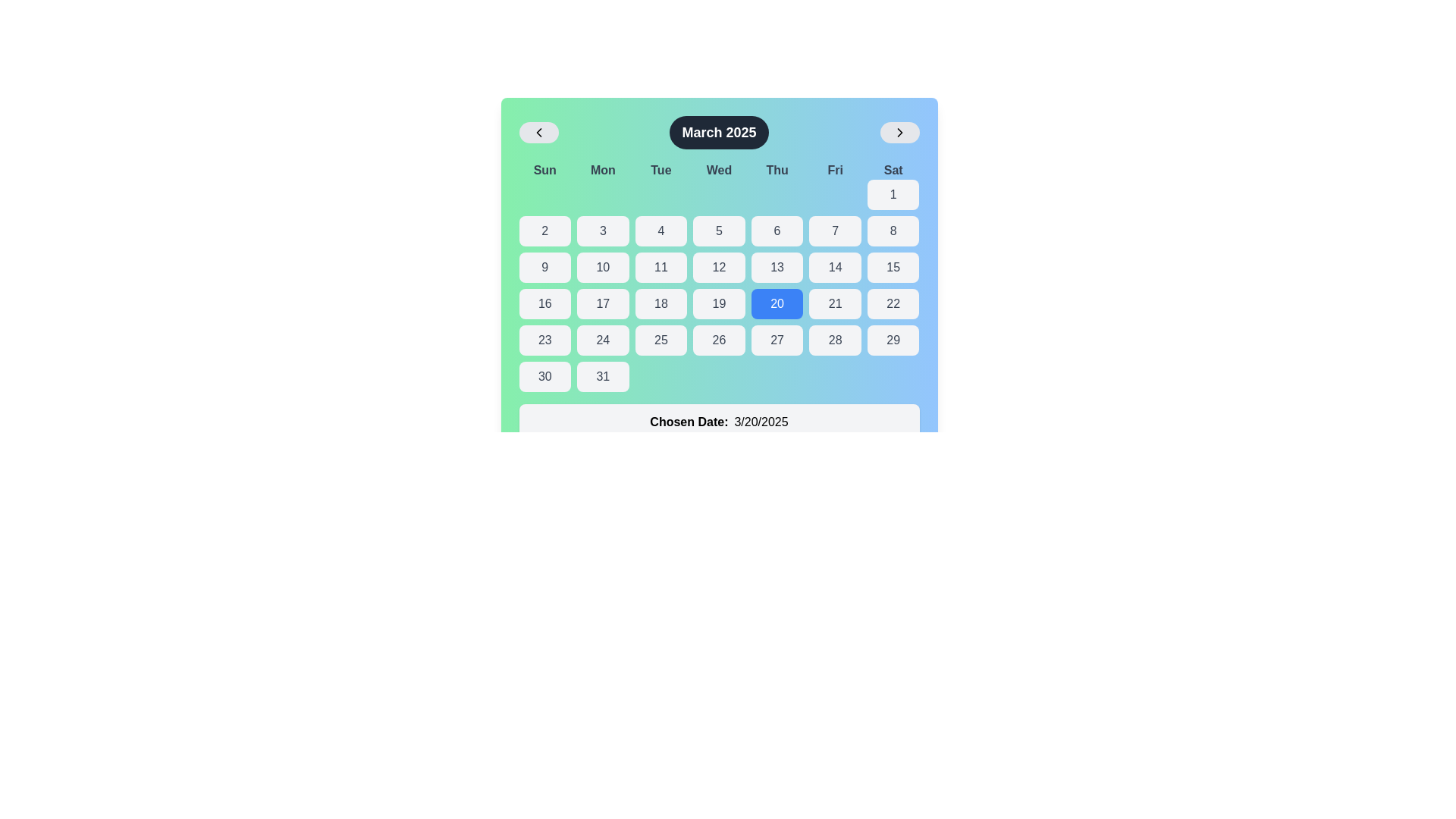  Describe the element at coordinates (899, 131) in the screenshot. I see `the button with a forward-pointing chevron icon, located at the top-right of the calendar header next to the 'March 2025' label` at that location.